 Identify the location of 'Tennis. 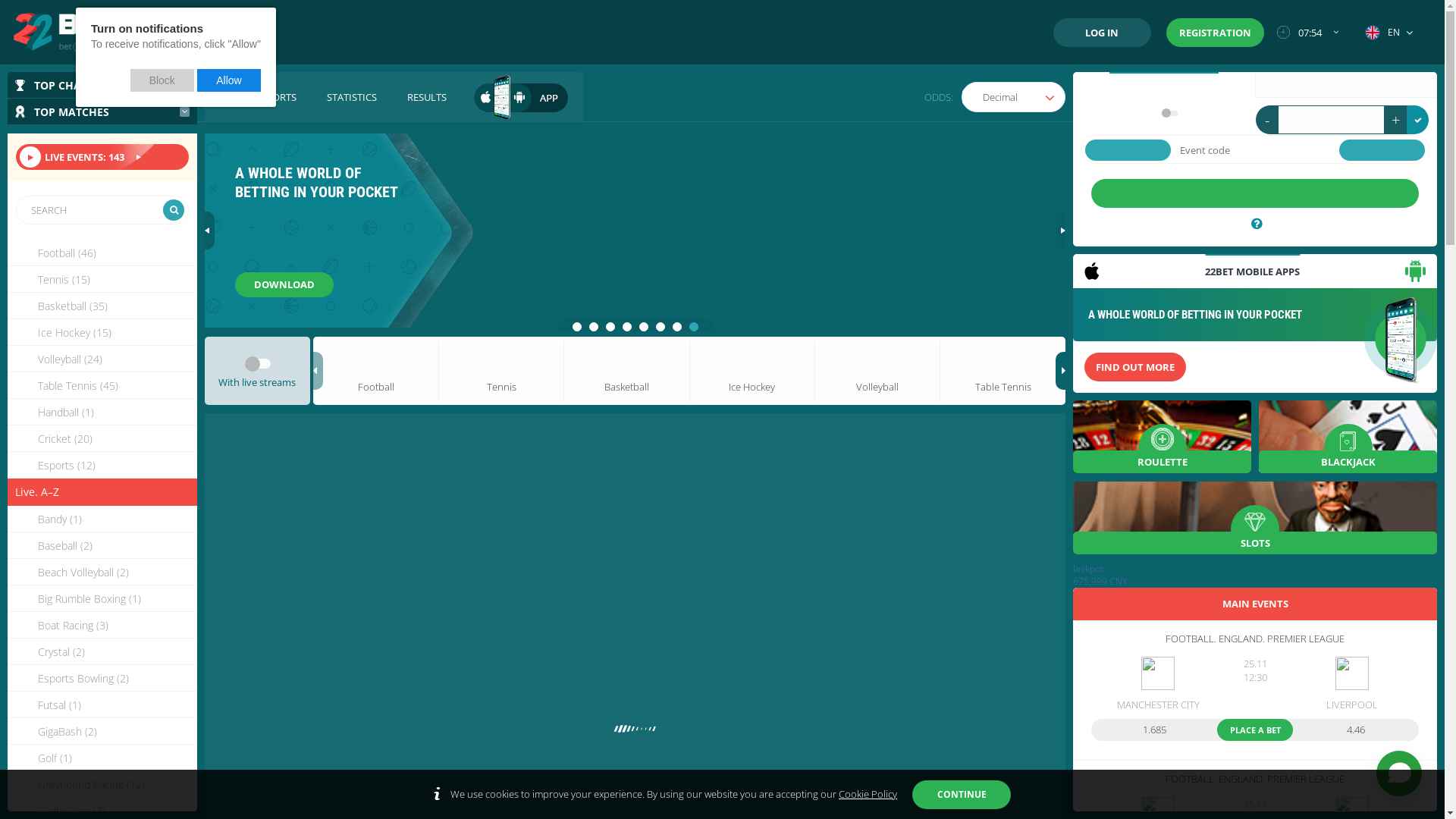
(101, 279).